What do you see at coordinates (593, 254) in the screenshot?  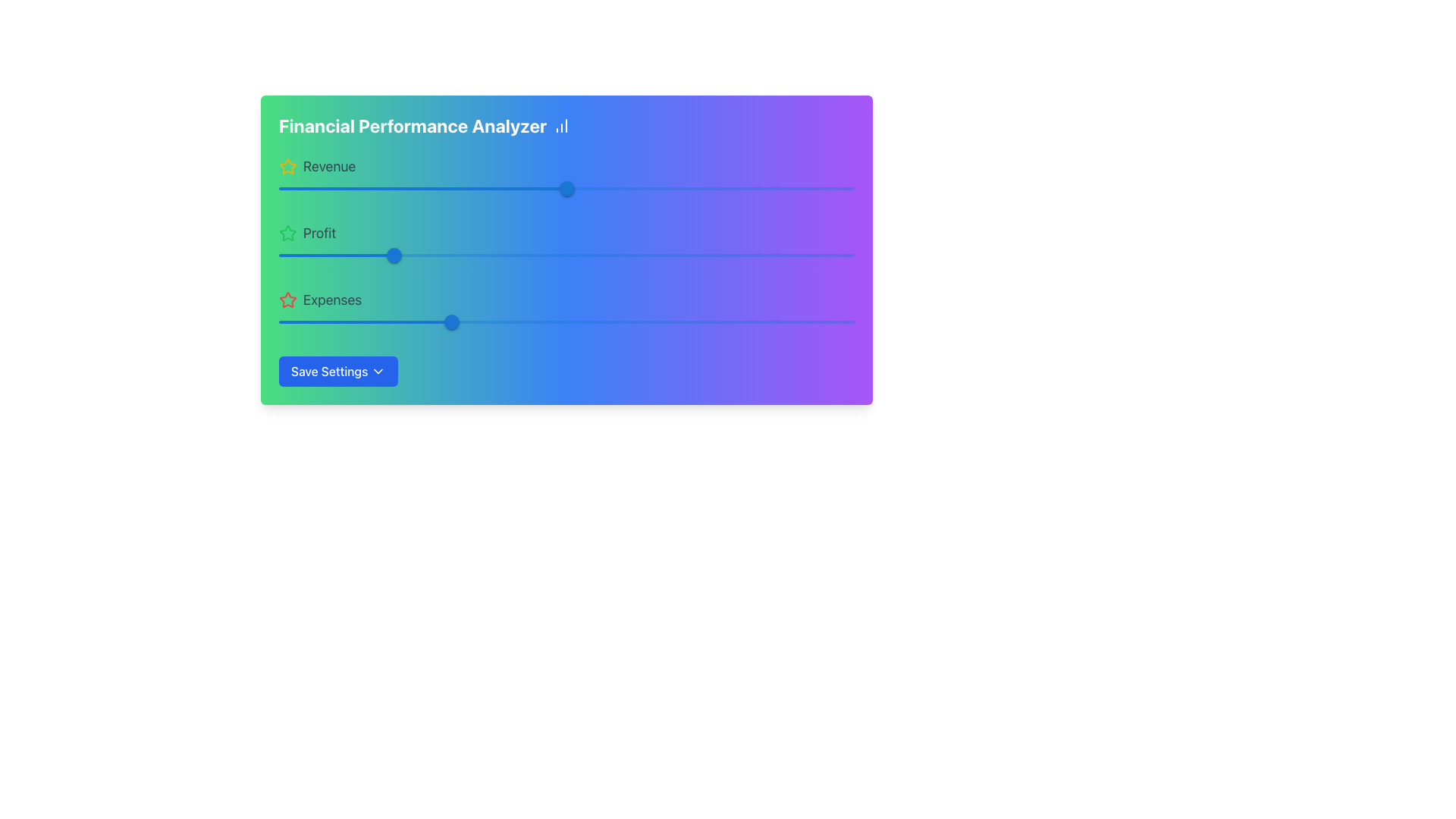 I see `the profit slider` at bounding box center [593, 254].